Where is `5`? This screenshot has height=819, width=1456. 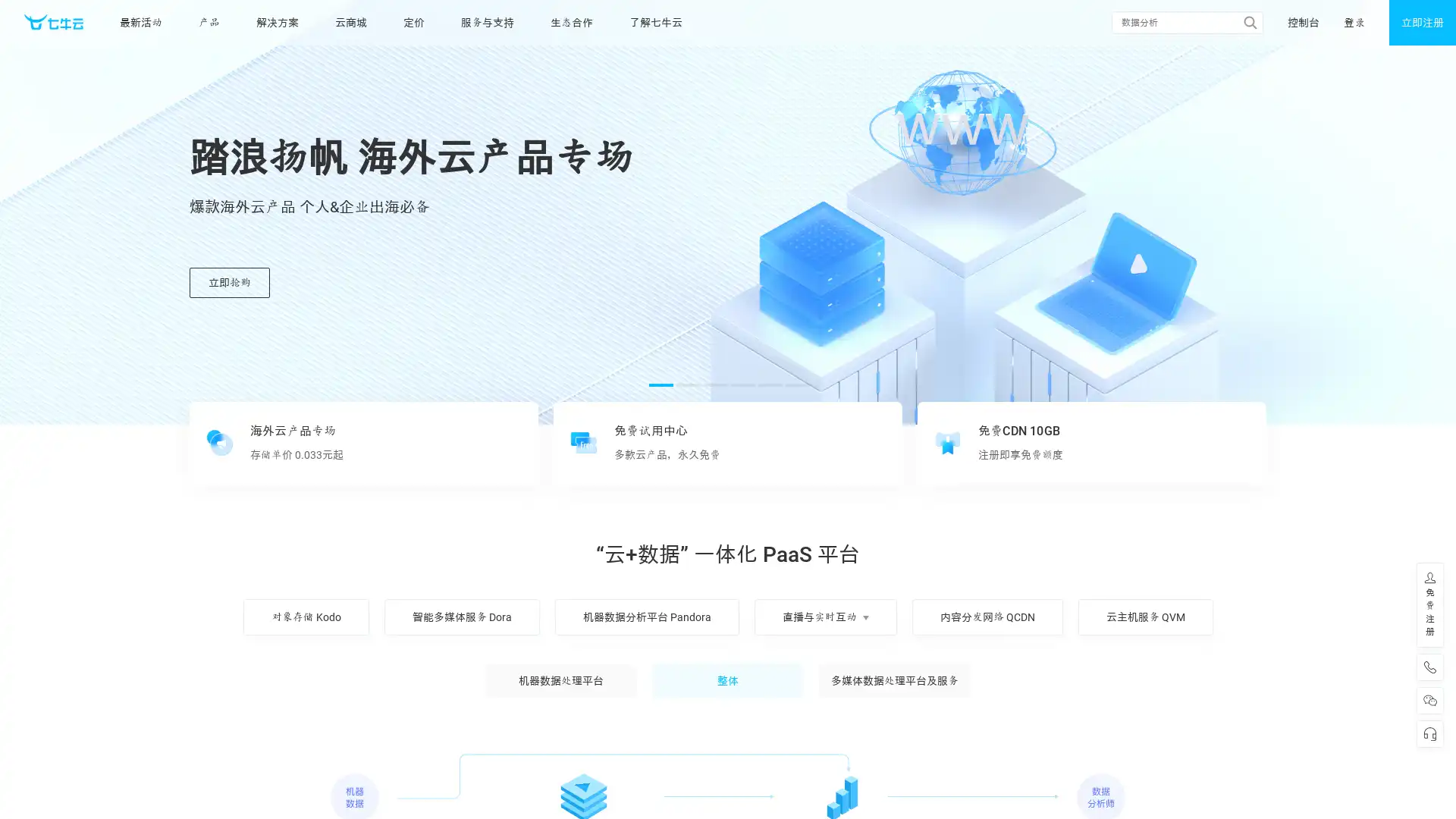
5 is located at coordinates (770, 384).